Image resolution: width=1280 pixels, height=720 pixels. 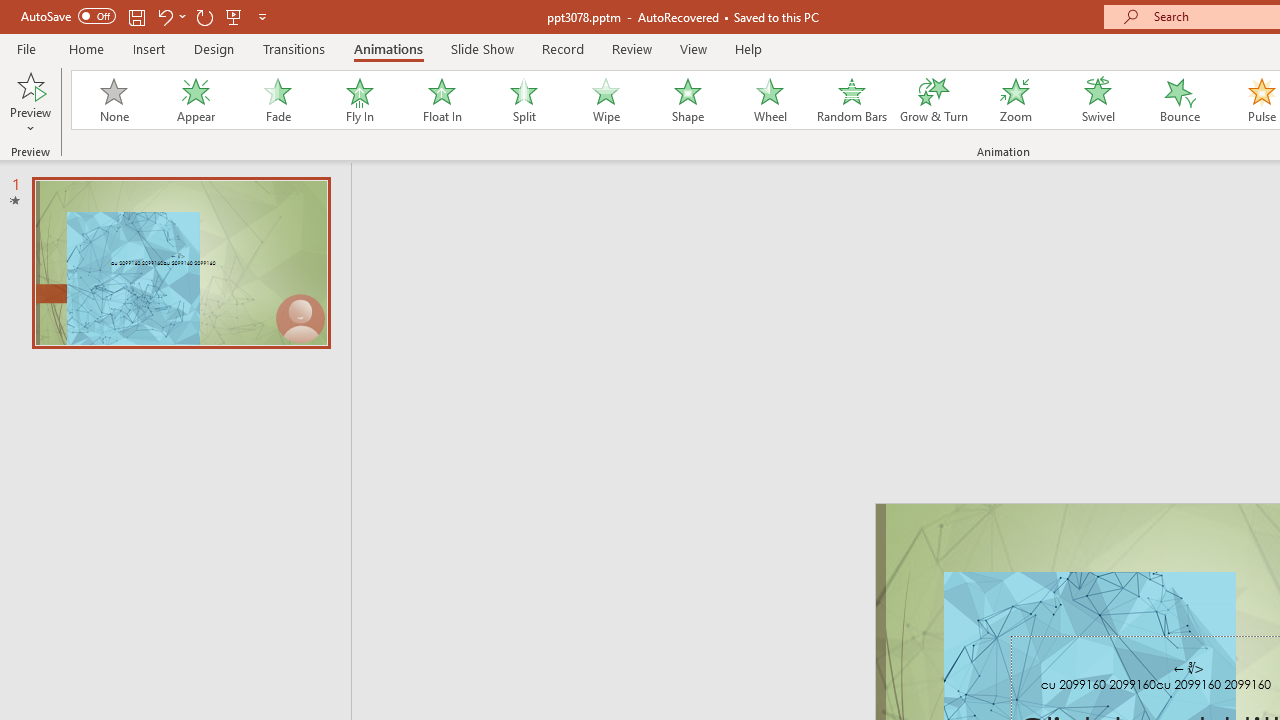 I want to click on 'Wheel', so click(x=769, y=100).